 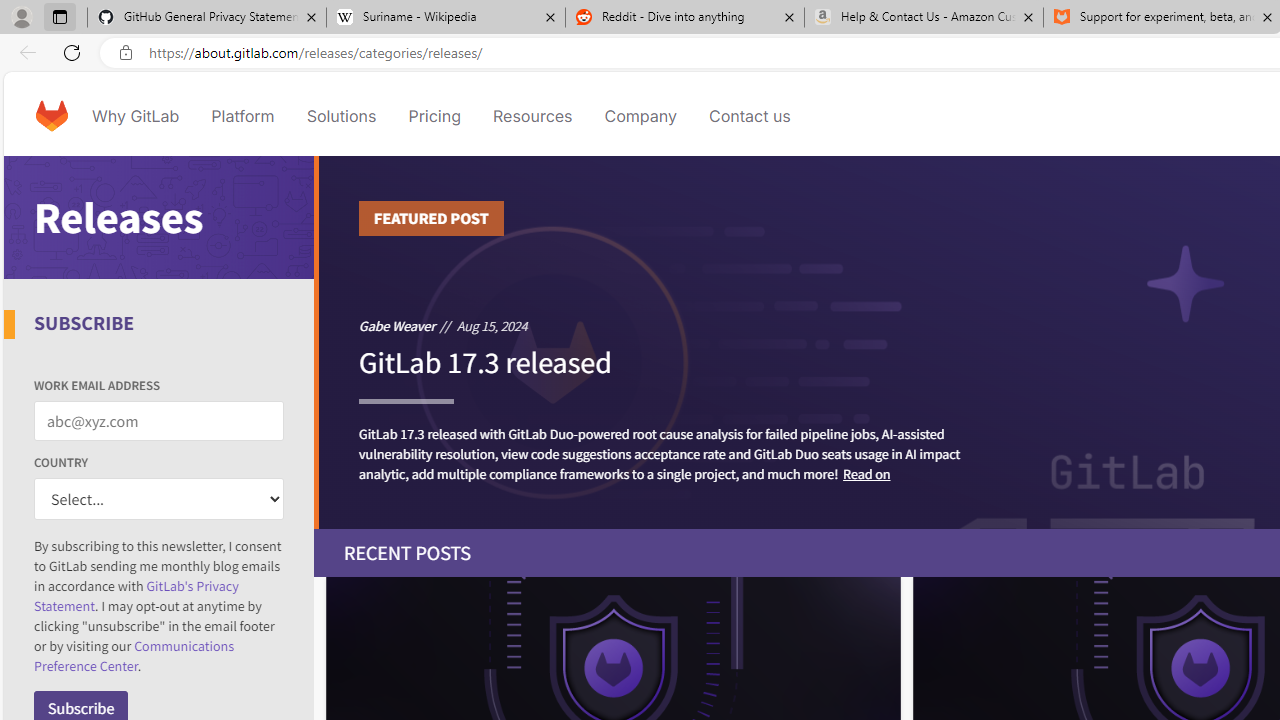 I want to click on 'Communications Preference Center', so click(x=134, y=656).